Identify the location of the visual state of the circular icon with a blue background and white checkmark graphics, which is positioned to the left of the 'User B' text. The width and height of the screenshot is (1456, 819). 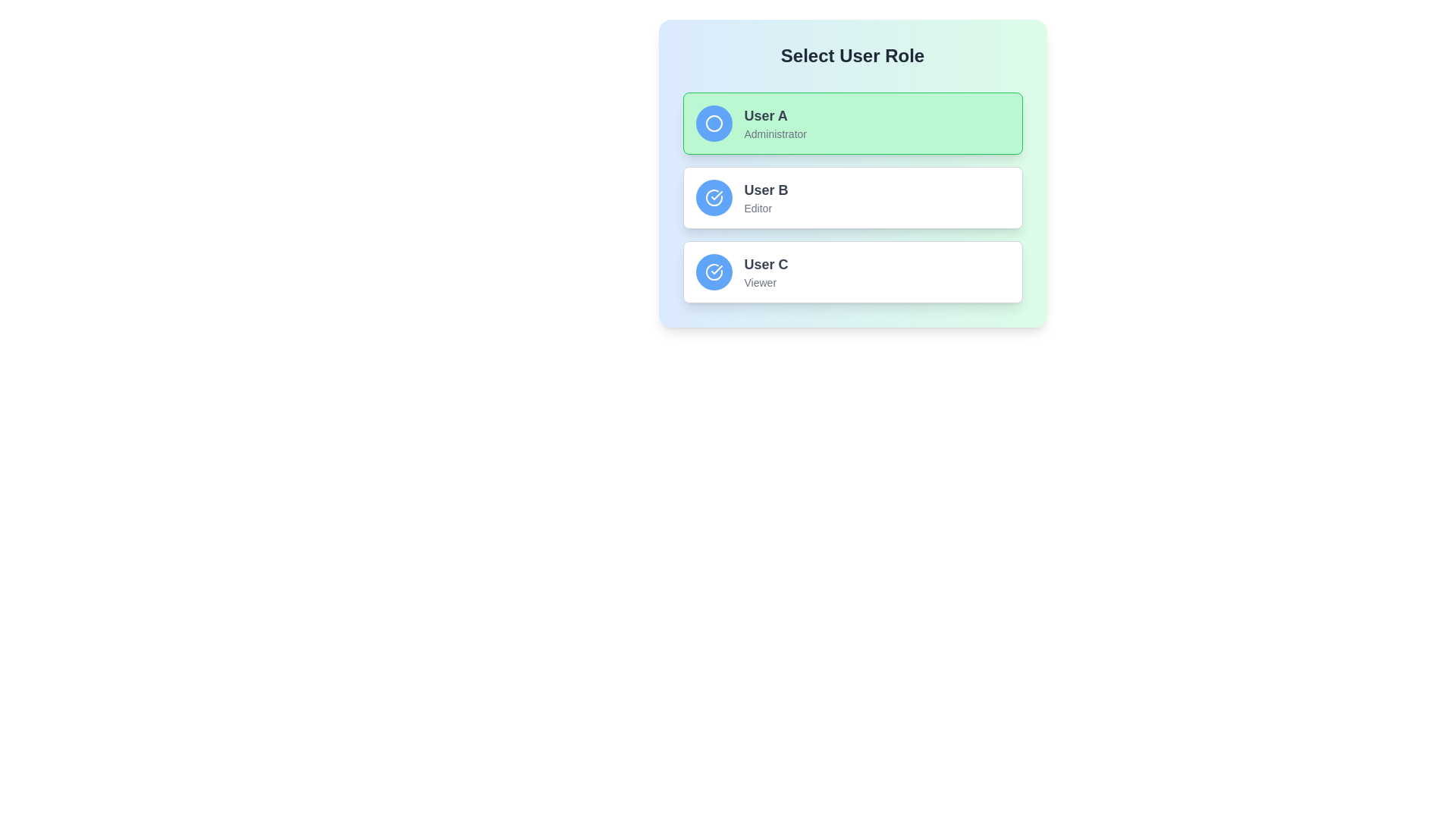
(713, 197).